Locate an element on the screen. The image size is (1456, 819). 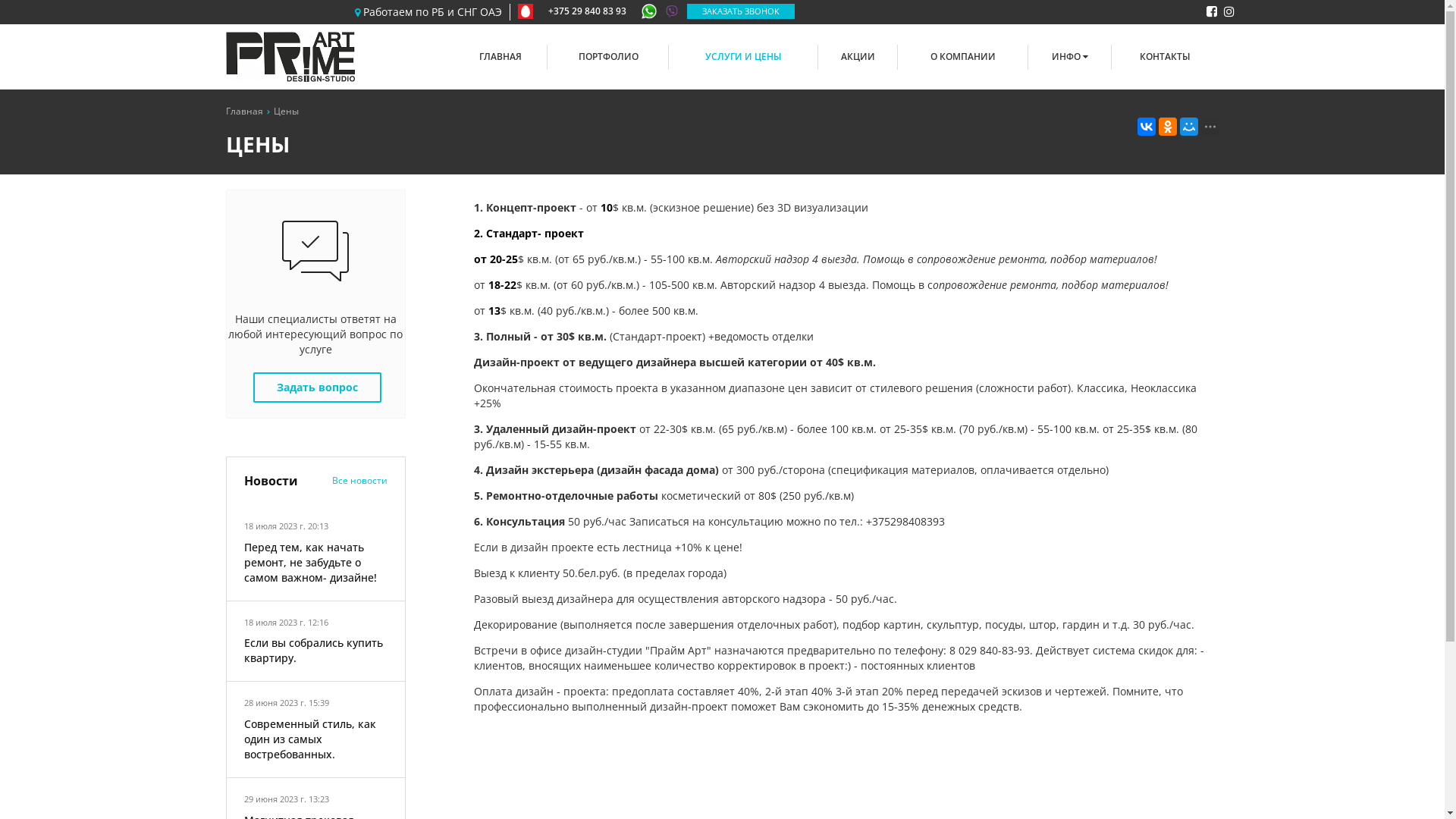
'+375 29 840 83 93' is located at coordinates (597, 11).